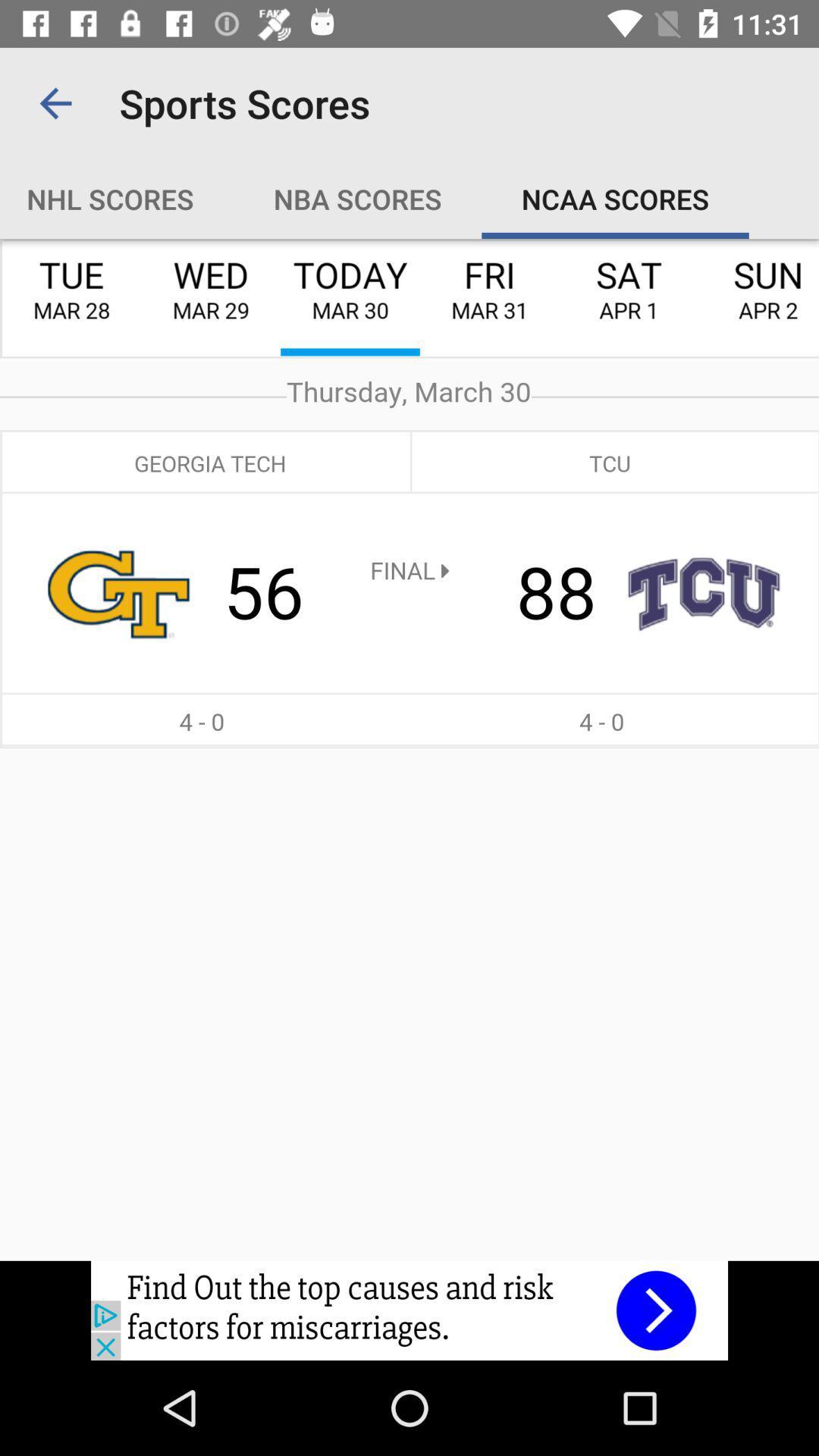 The image size is (819, 1456). Describe the element at coordinates (409, 1310) in the screenshot. I see `advertisement banner` at that location.